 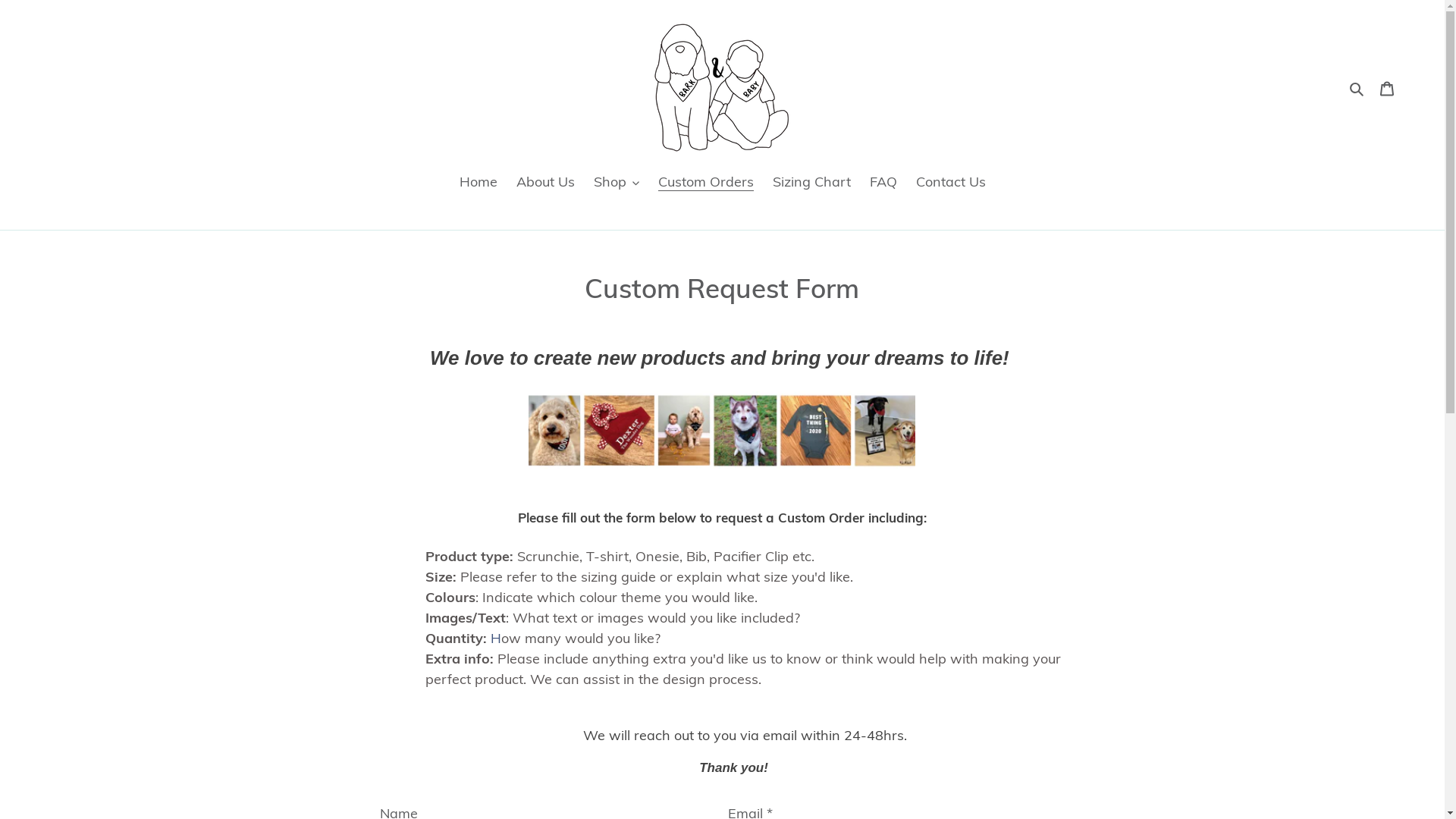 What do you see at coordinates (544, 181) in the screenshot?
I see `'About Us'` at bounding box center [544, 181].